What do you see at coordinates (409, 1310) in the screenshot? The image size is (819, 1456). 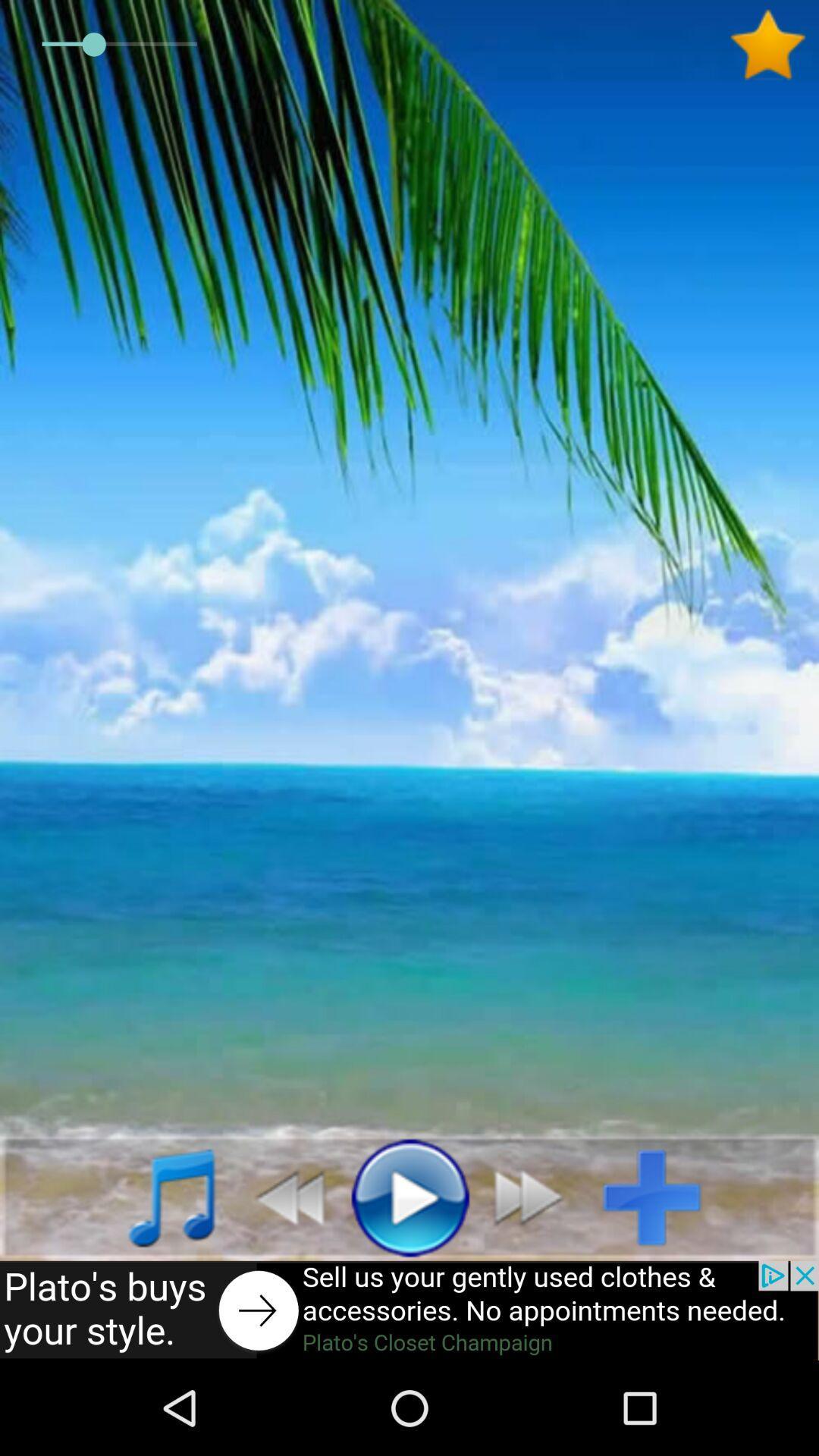 I see `advertisement` at bounding box center [409, 1310].